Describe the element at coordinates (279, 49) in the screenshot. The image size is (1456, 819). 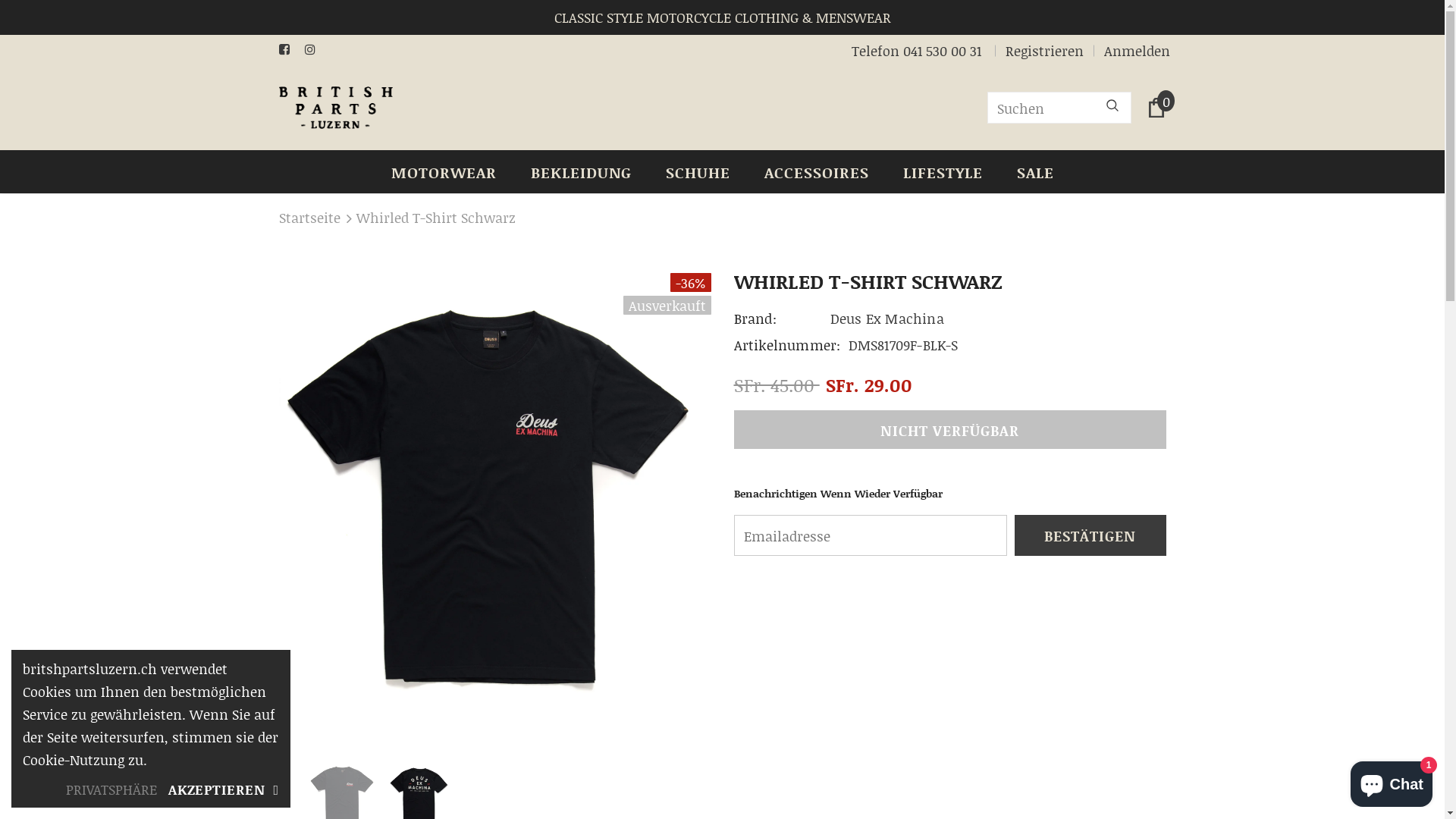
I see `'Facebook'` at that location.